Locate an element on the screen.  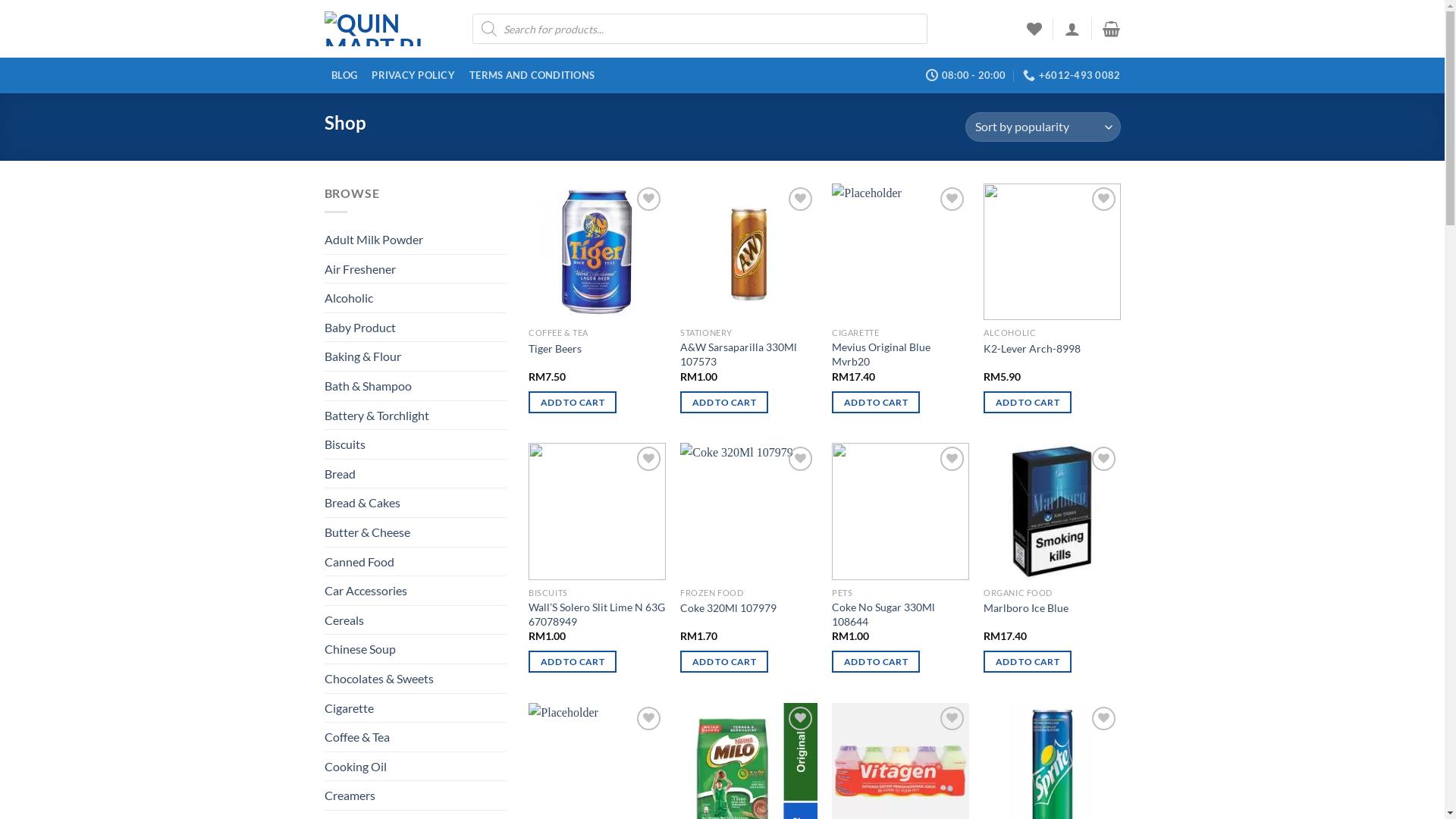
'Cereals' is located at coordinates (415, 620).